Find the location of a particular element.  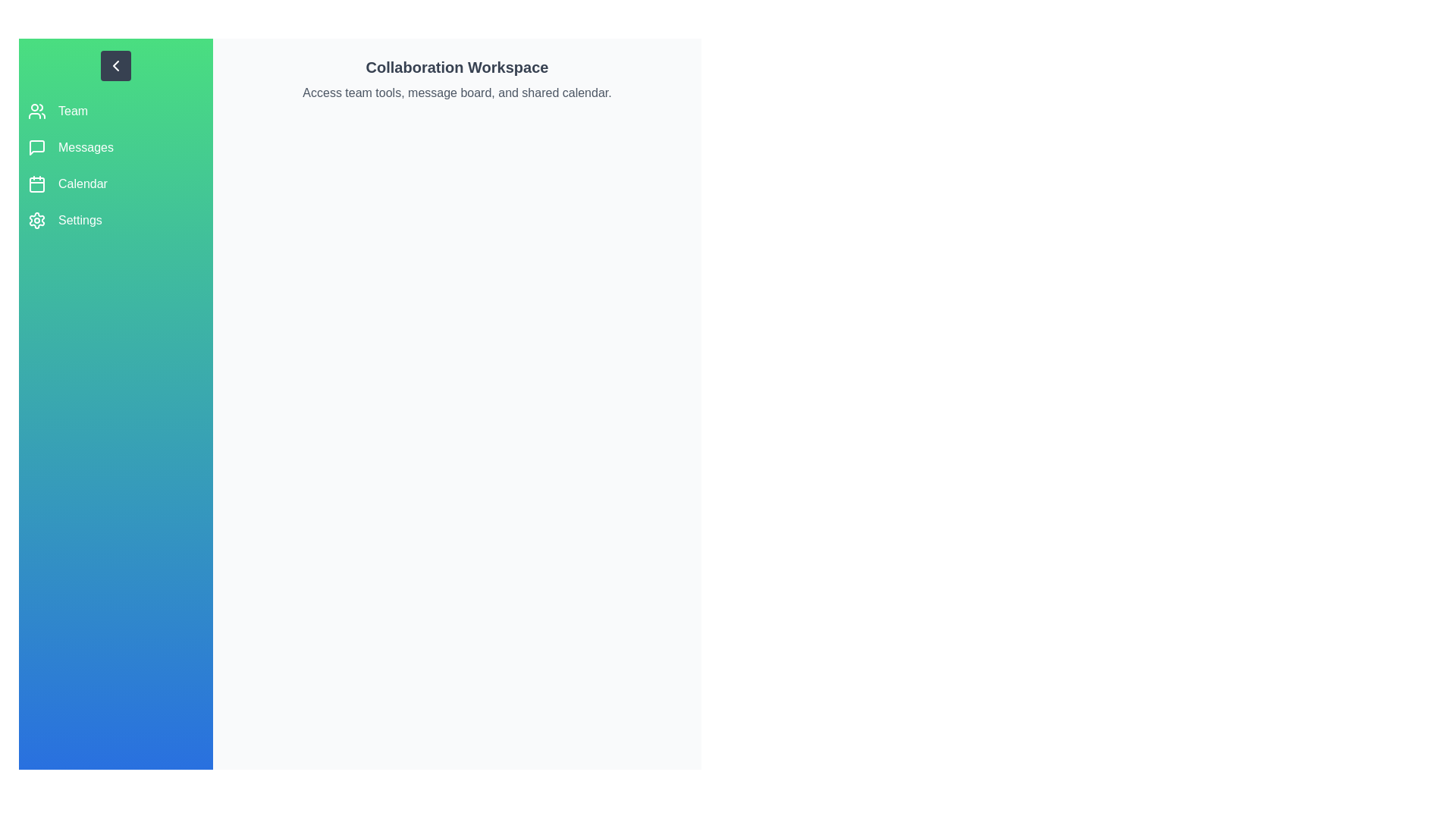

the sidebar option corresponding to Team is located at coordinates (115, 110).